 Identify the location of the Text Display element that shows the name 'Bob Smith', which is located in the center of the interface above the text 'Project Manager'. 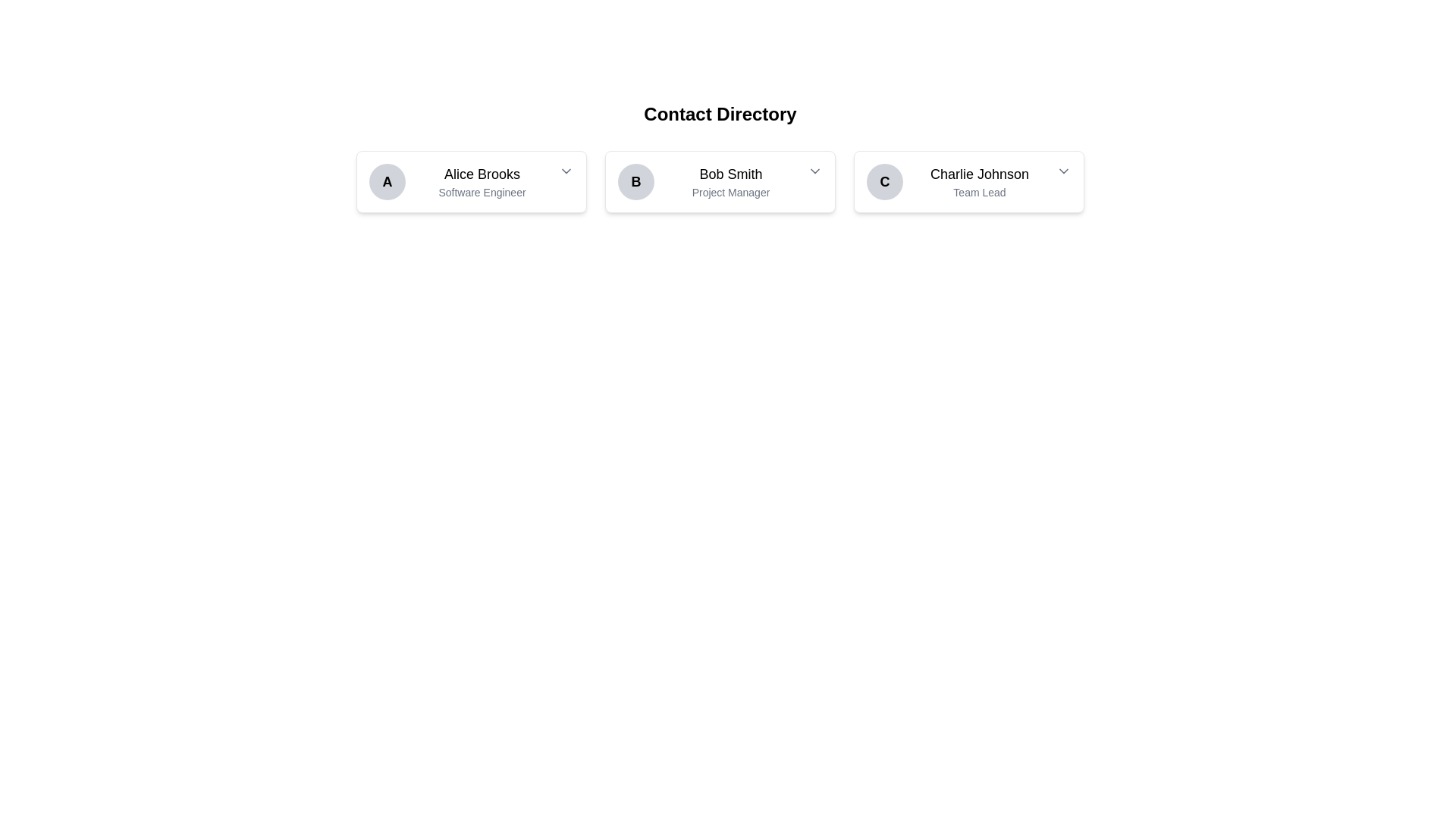
(731, 174).